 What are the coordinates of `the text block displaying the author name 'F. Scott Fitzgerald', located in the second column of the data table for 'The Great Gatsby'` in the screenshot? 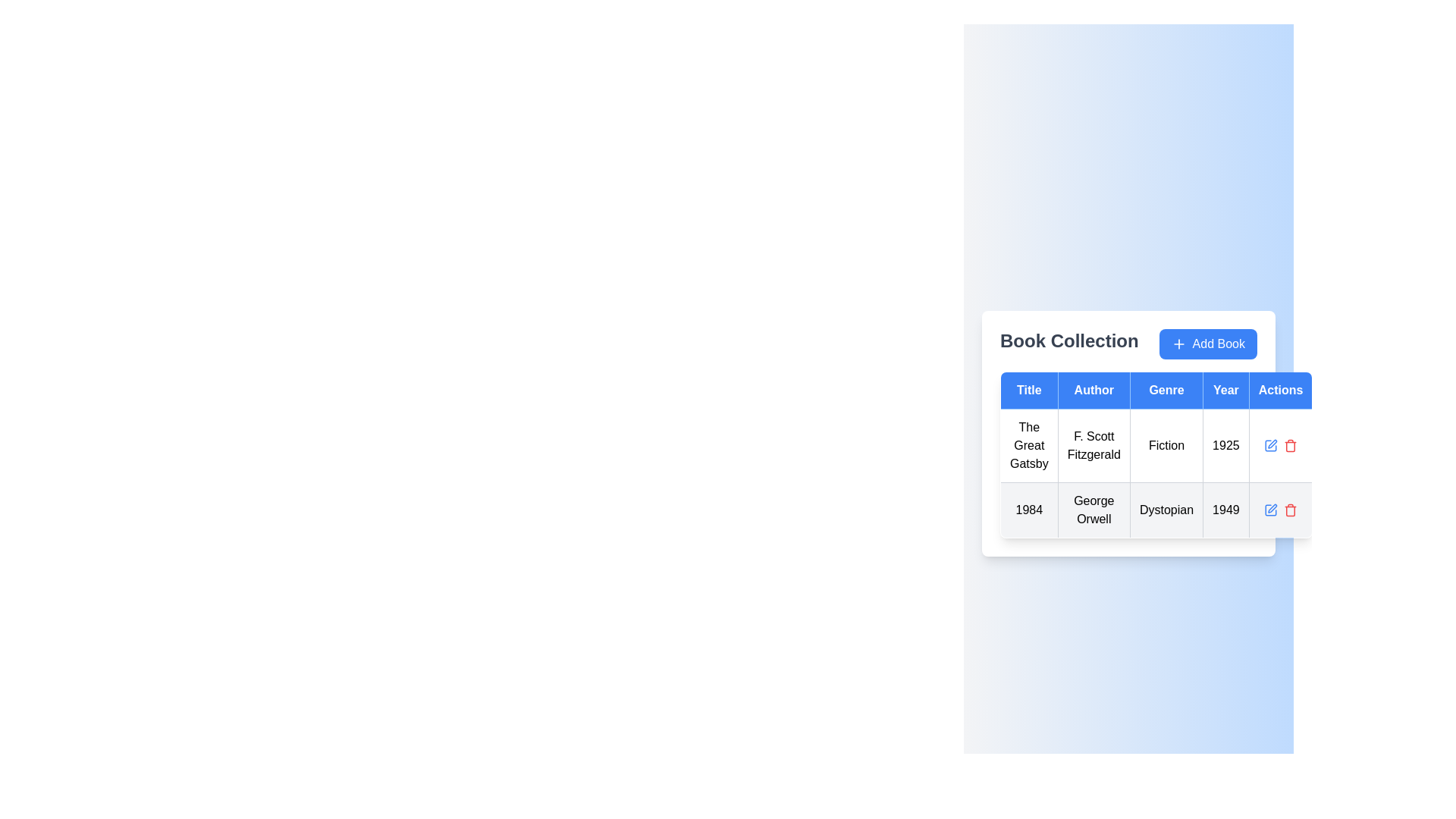 It's located at (1094, 444).